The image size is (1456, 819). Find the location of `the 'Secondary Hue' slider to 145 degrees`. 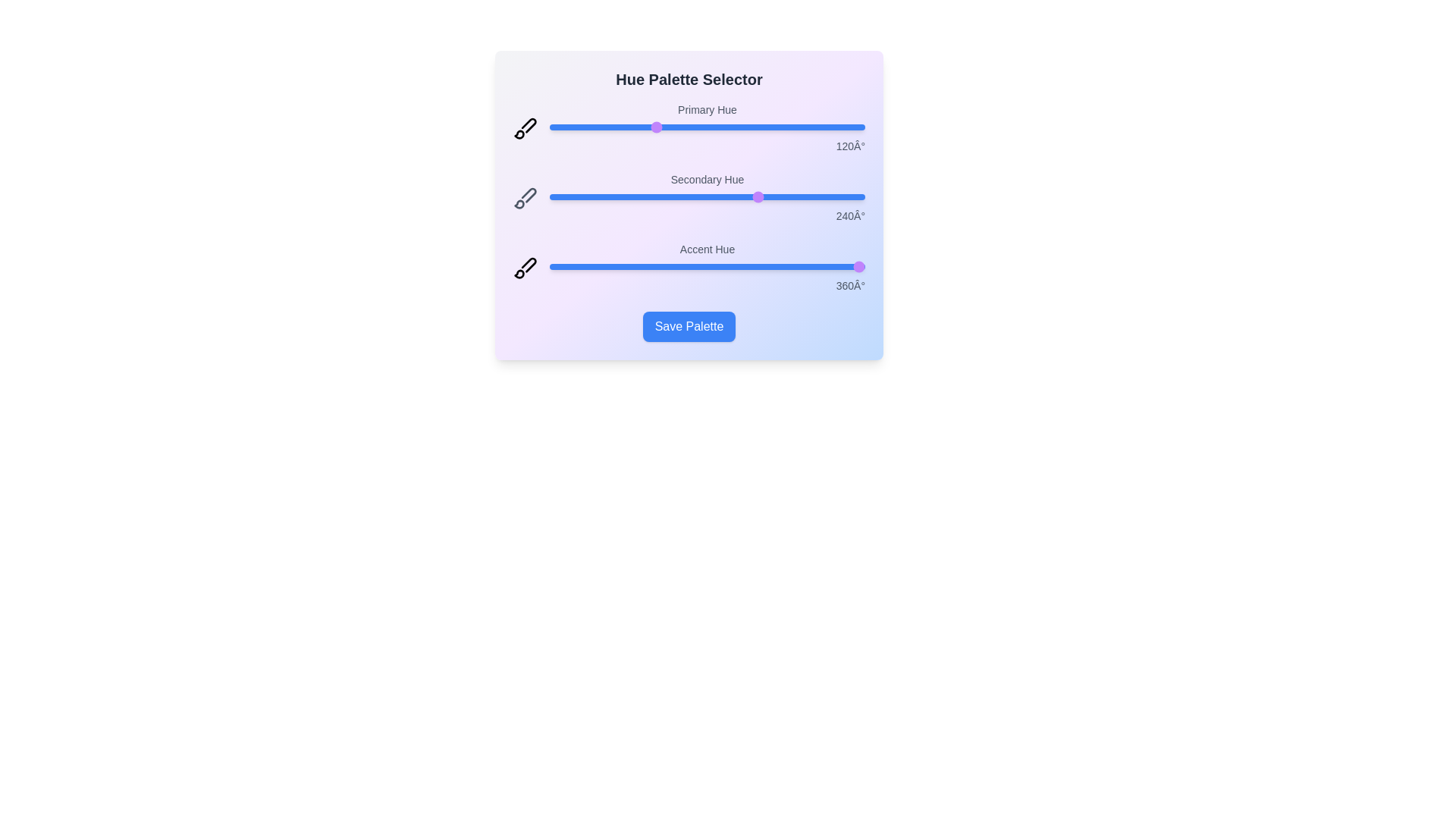

the 'Secondary Hue' slider to 145 degrees is located at coordinates (676, 196).